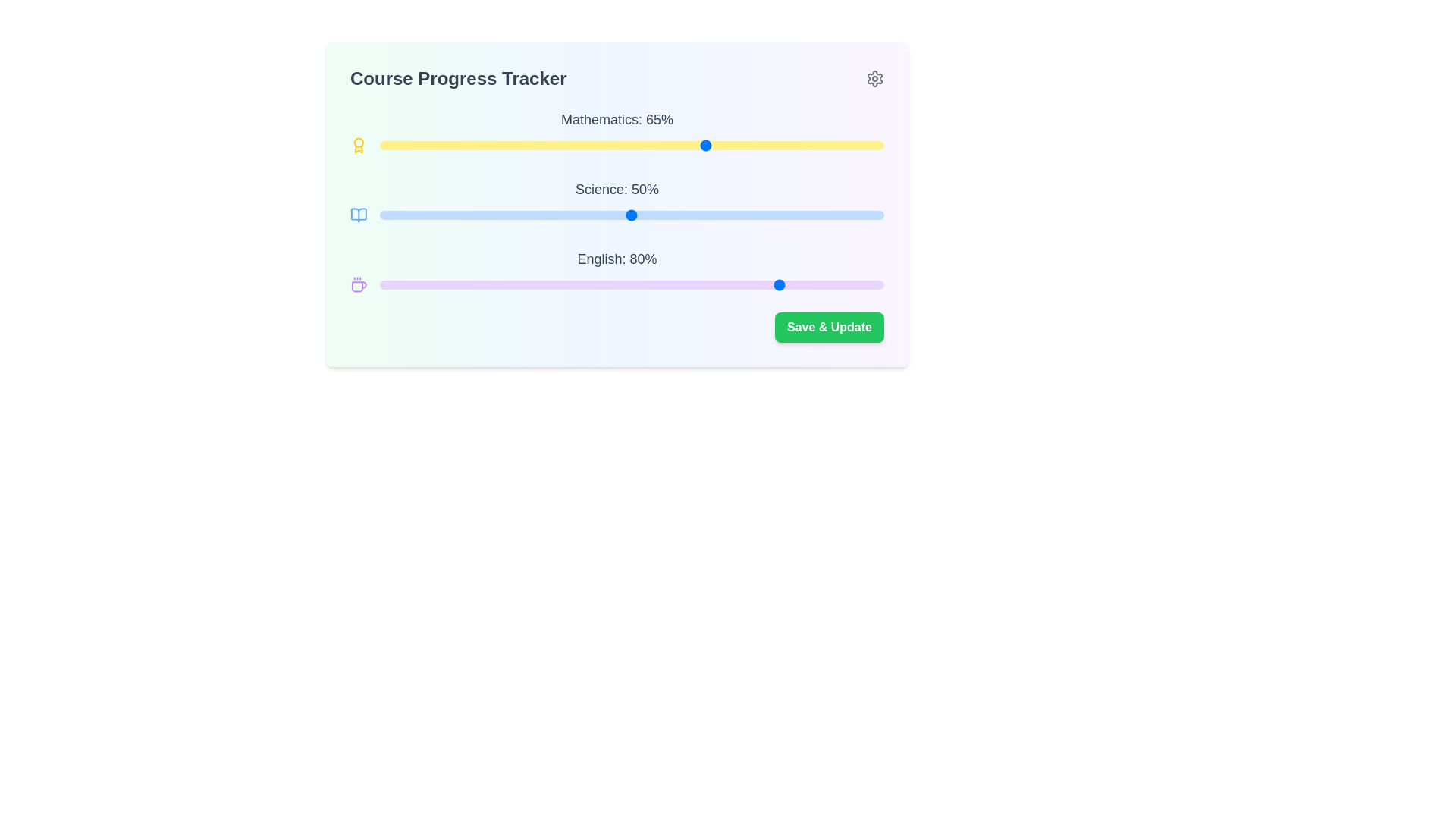 This screenshot has height=819, width=1456. I want to click on the mathematics progress, so click(570, 146).